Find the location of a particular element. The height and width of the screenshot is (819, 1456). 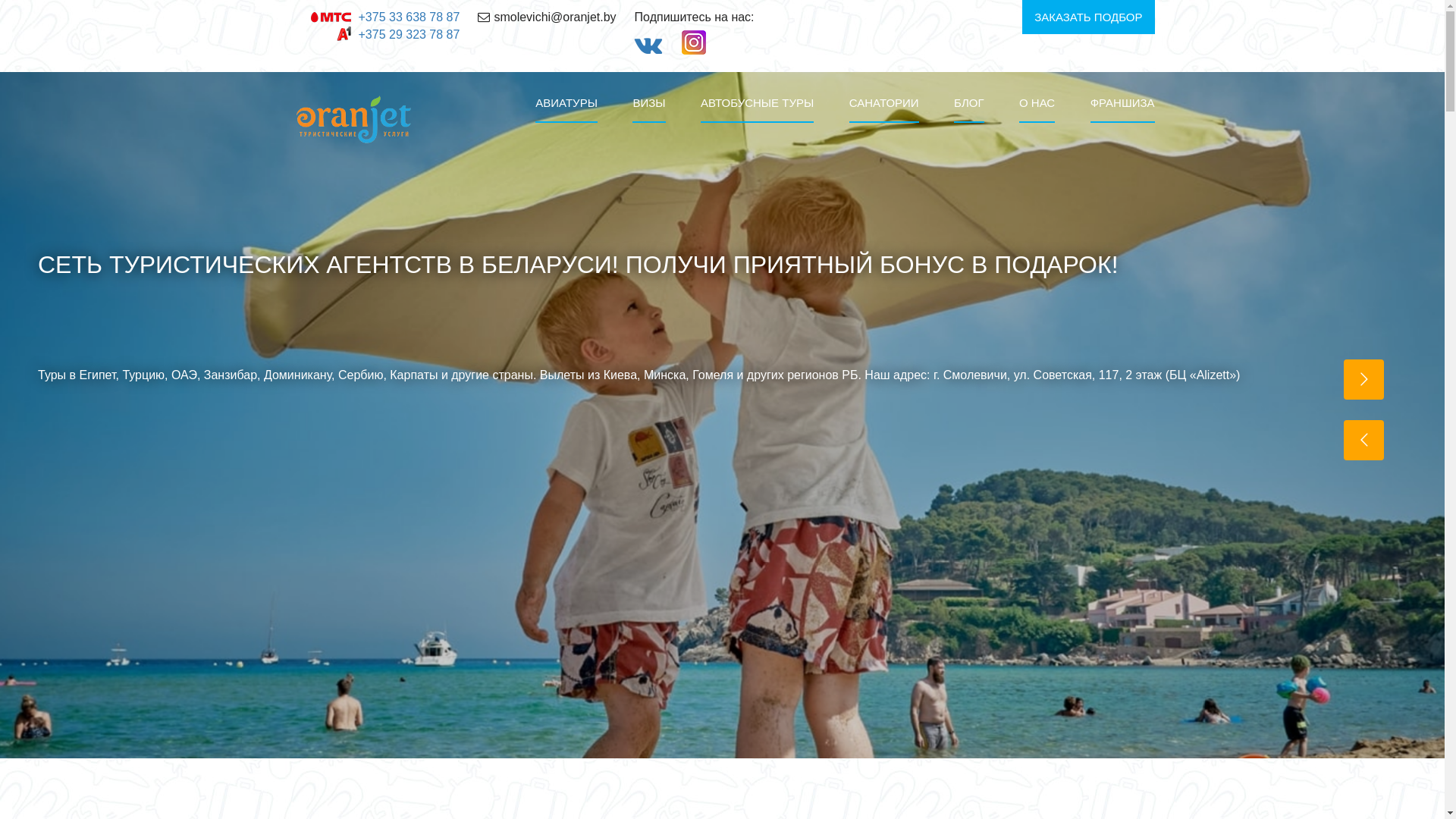

'+375 29 323 78 87' is located at coordinates (408, 34).